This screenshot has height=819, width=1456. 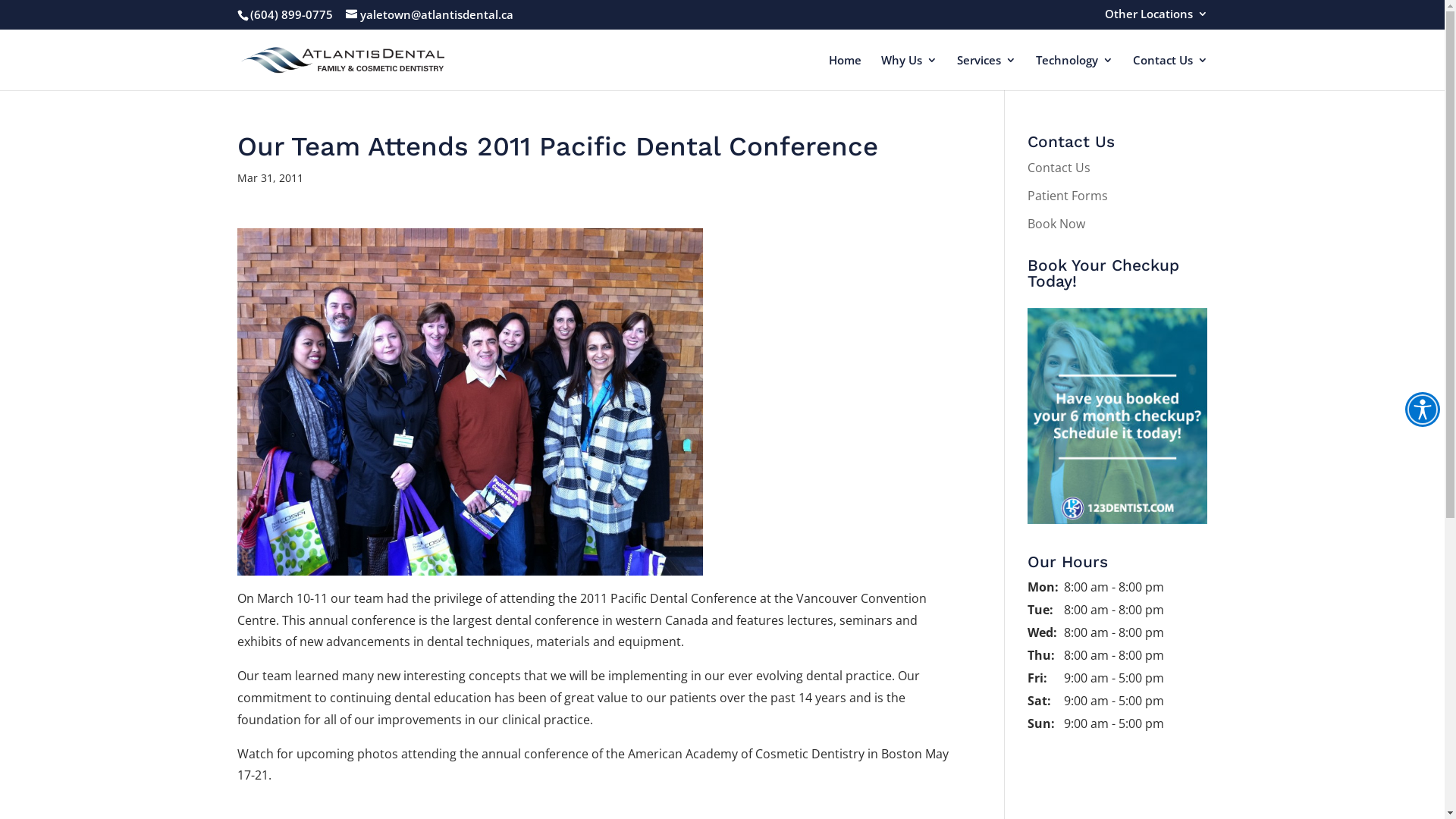 What do you see at coordinates (1154, 17) in the screenshot?
I see `'Other Locations'` at bounding box center [1154, 17].